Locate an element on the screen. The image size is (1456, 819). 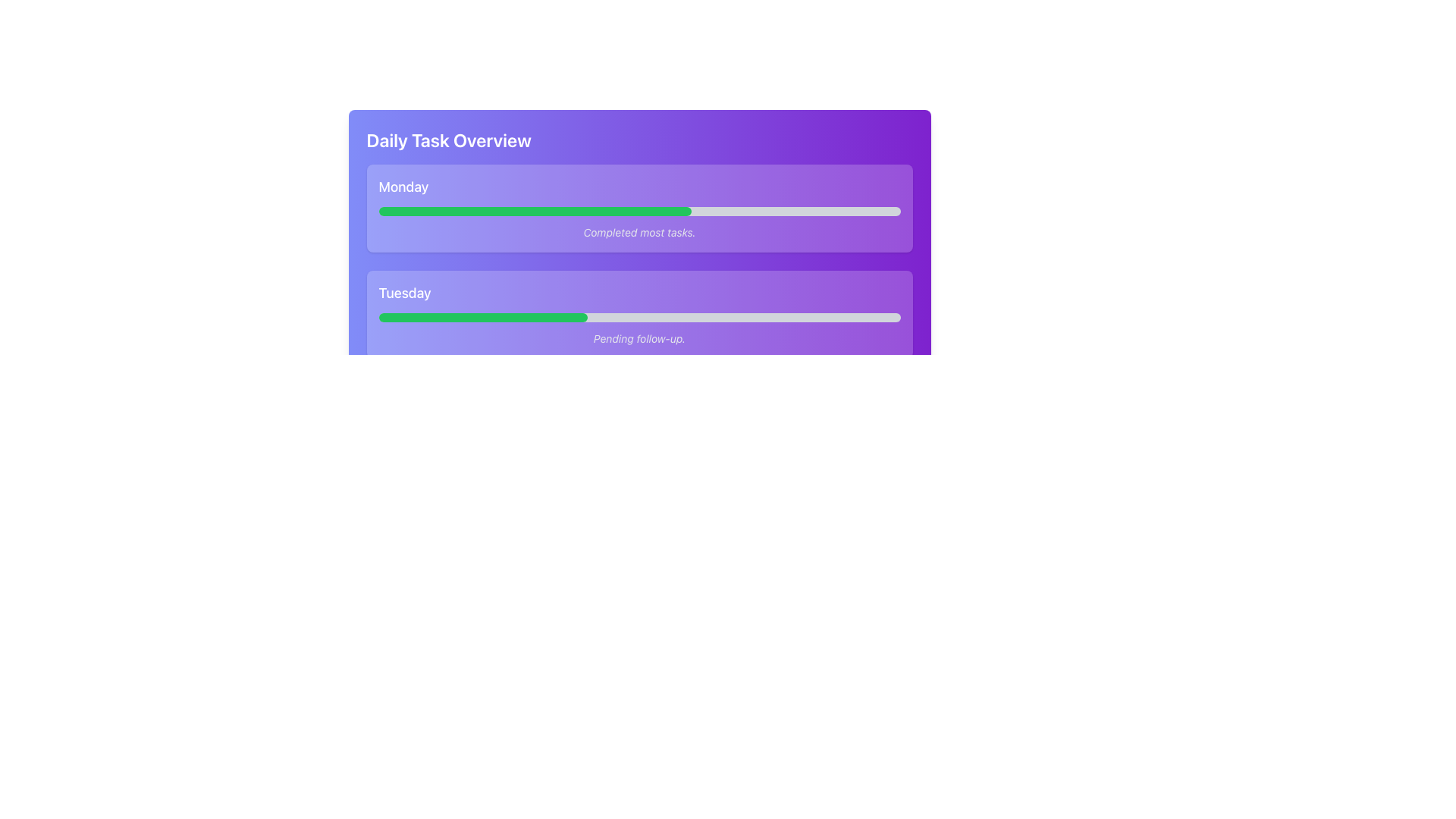
the status update text label located in the Tuesday section of the task overview interface, beneath the horizontal progress bar is located at coordinates (639, 338).